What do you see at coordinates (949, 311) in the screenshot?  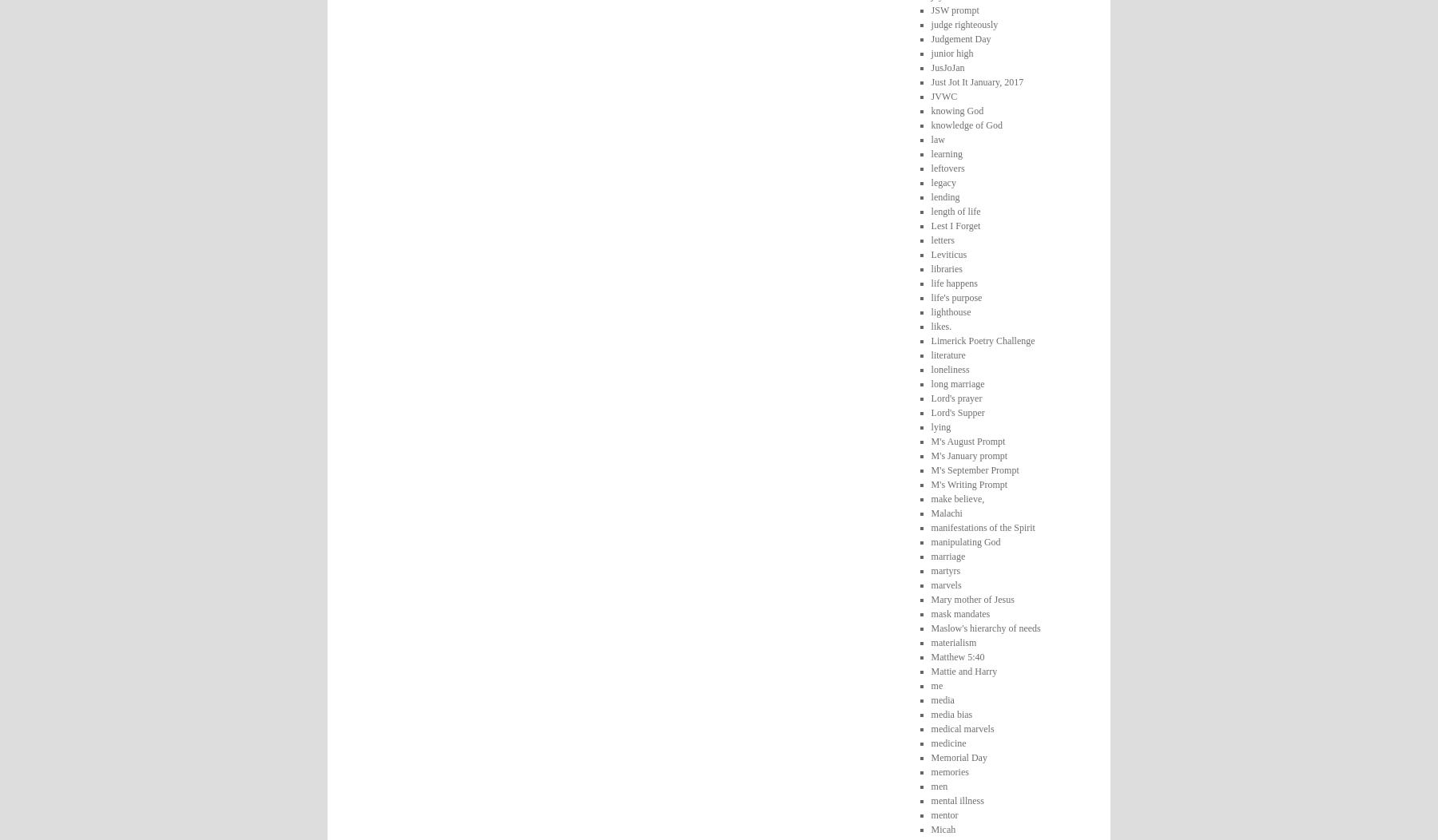 I see `'lighthouse'` at bounding box center [949, 311].